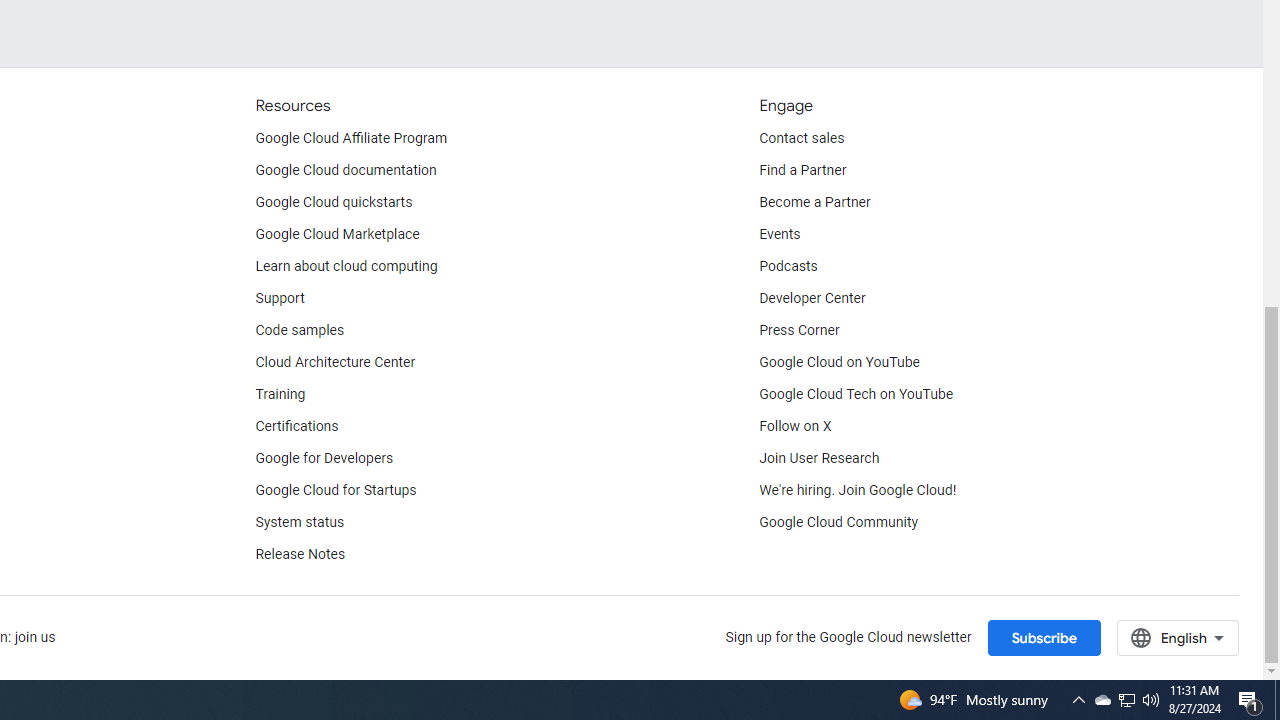 This screenshot has width=1280, height=720. What do you see at coordinates (334, 203) in the screenshot?
I see `'Google Cloud quickstarts'` at bounding box center [334, 203].